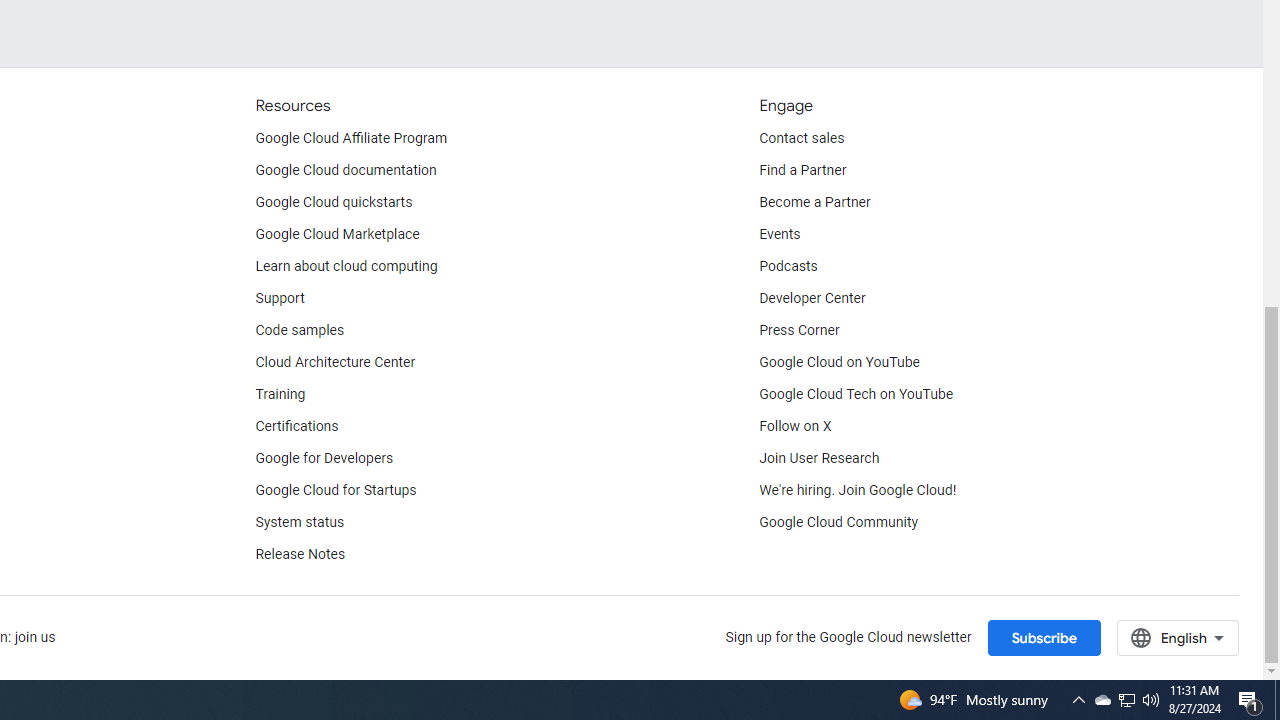 This screenshot has width=1280, height=720. What do you see at coordinates (334, 203) in the screenshot?
I see `'Google Cloud quickstarts'` at bounding box center [334, 203].